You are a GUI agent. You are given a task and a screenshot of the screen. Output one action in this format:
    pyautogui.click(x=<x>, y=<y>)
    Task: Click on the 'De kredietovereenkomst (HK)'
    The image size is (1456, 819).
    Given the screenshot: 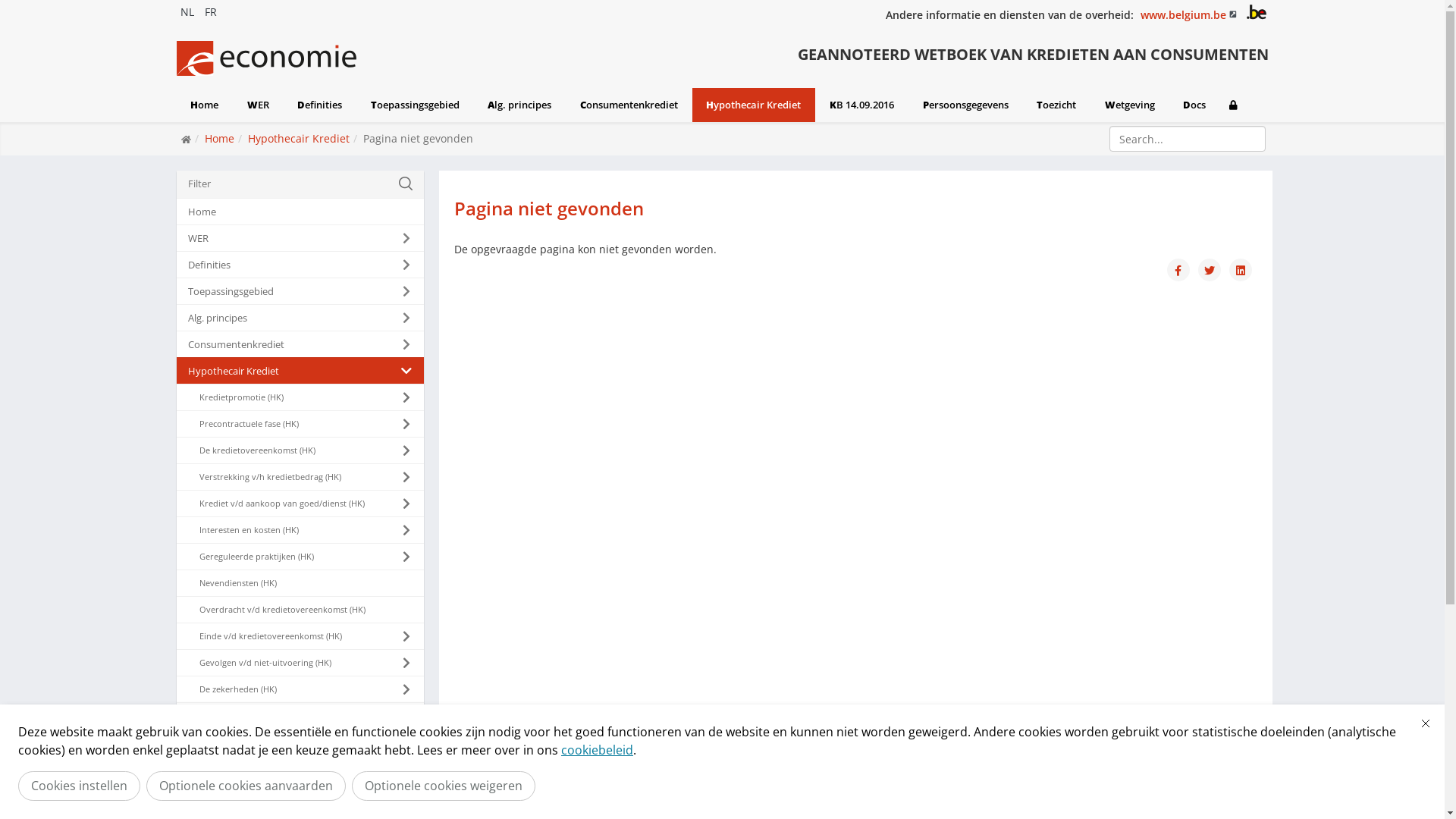 What is the action you would take?
    pyautogui.click(x=299, y=450)
    